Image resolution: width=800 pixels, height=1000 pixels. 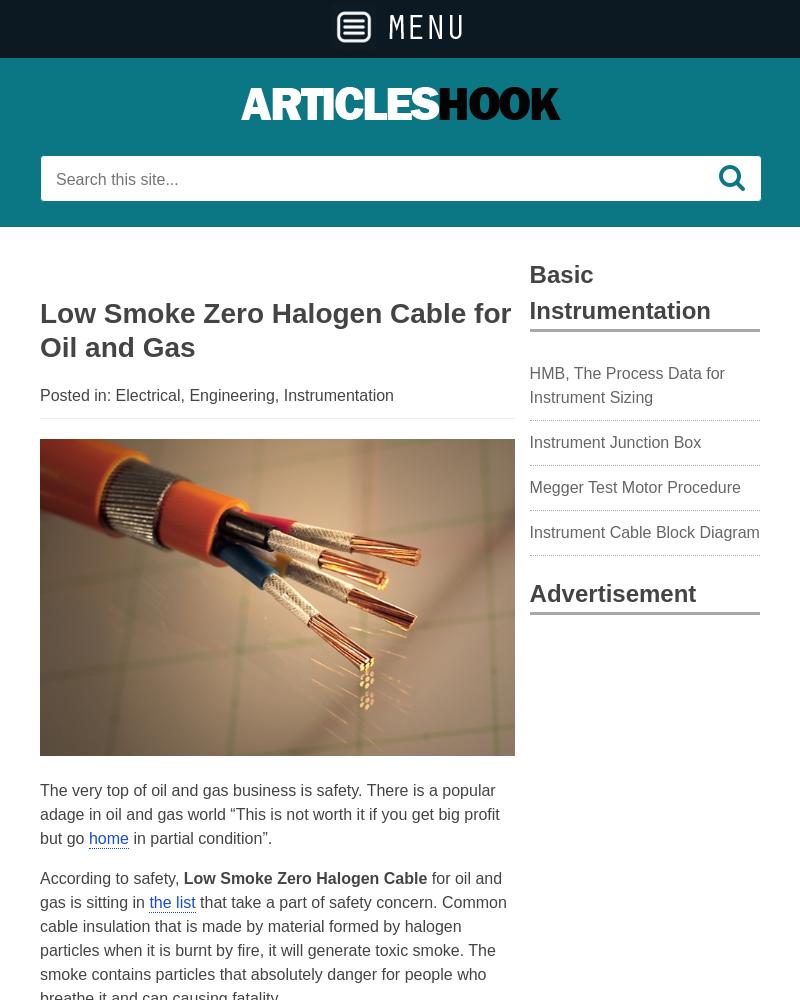 What do you see at coordinates (303, 878) in the screenshot?
I see `'Low Smoke Zero Halogen Cable'` at bounding box center [303, 878].